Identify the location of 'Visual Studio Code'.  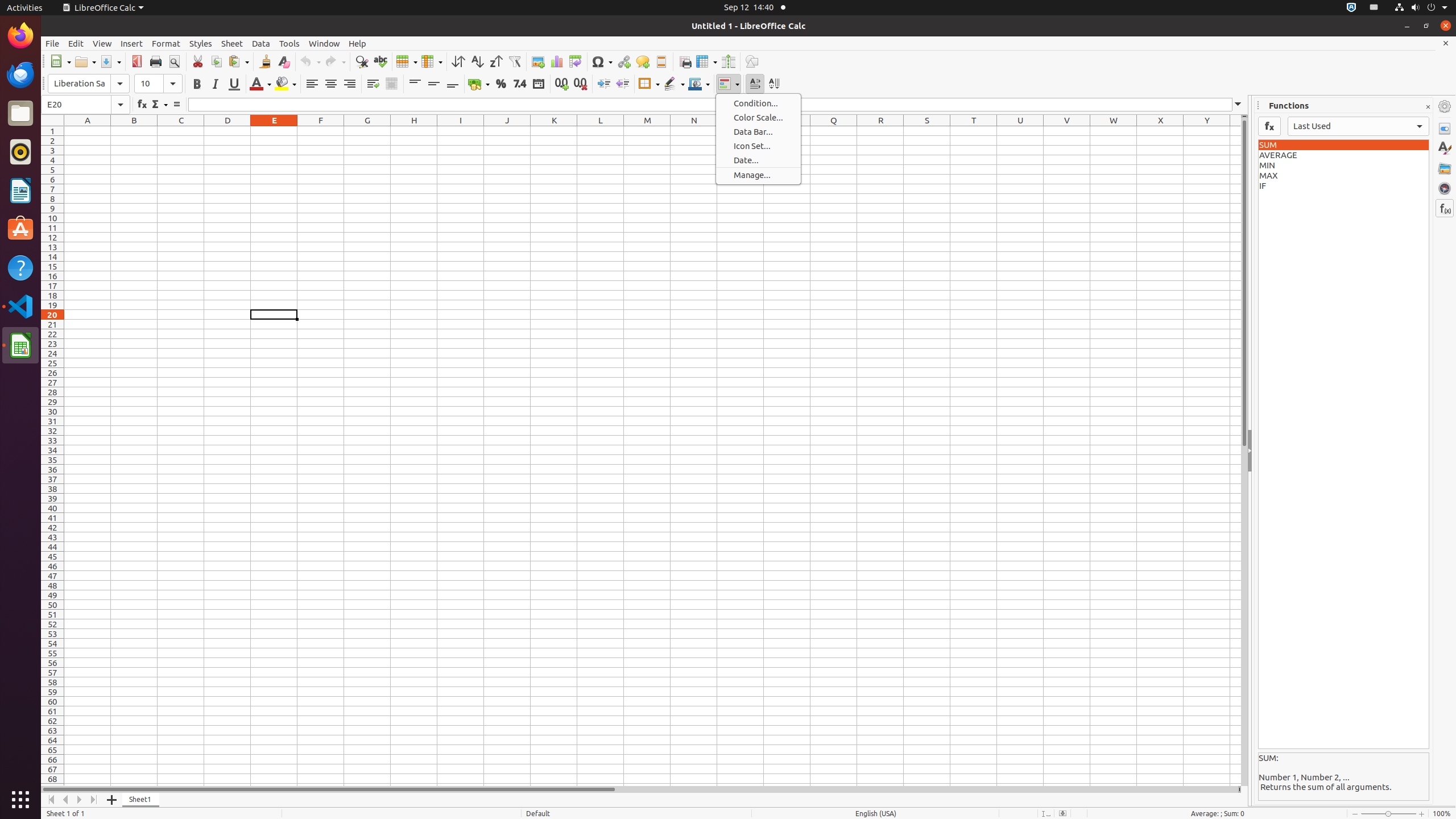
(20, 305).